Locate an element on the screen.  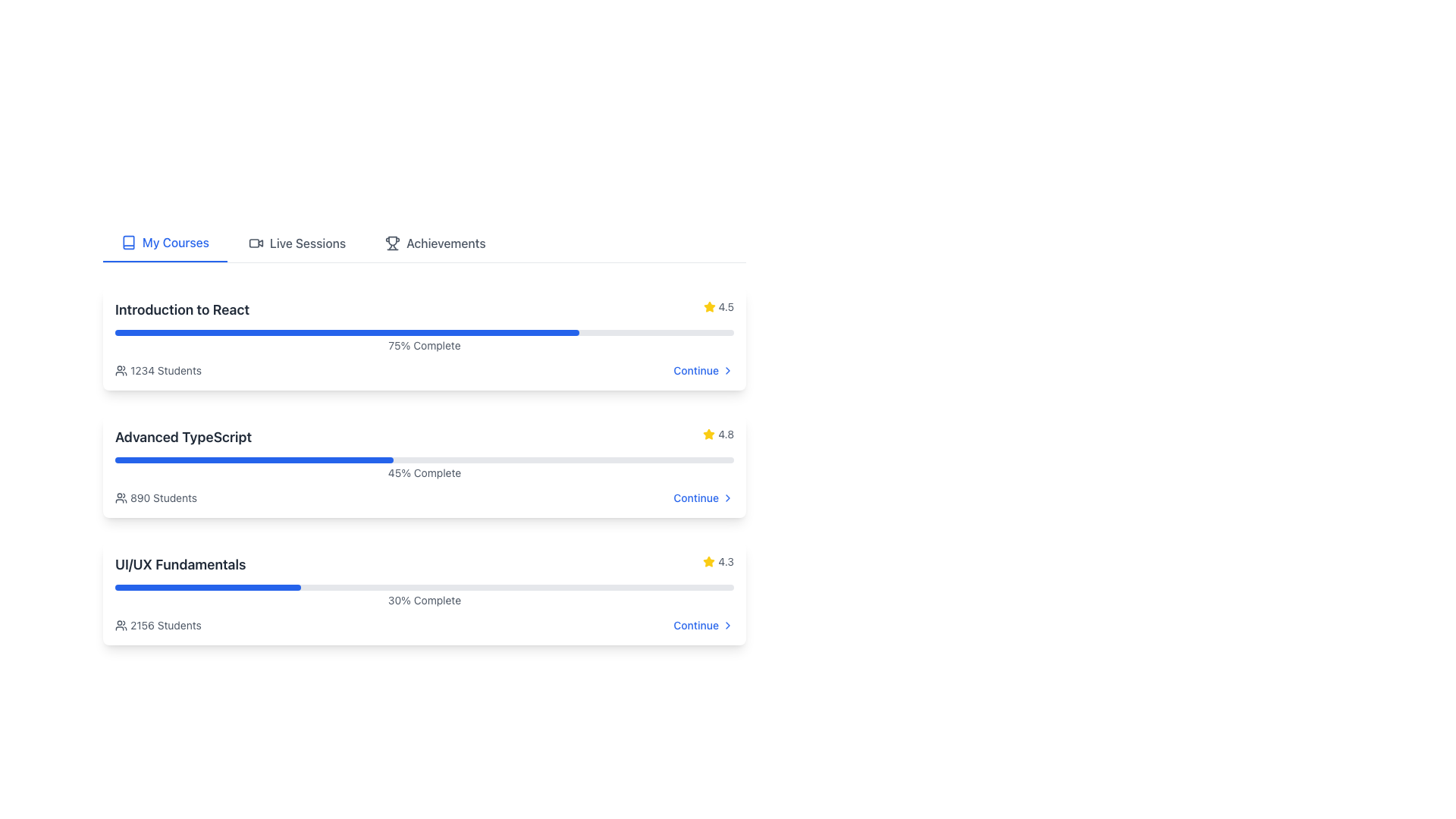
rating value displayed in the text label showing '4.5', which is styled in gray color and positioned next to a star icon in the upper right section of the course details is located at coordinates (725, 307).